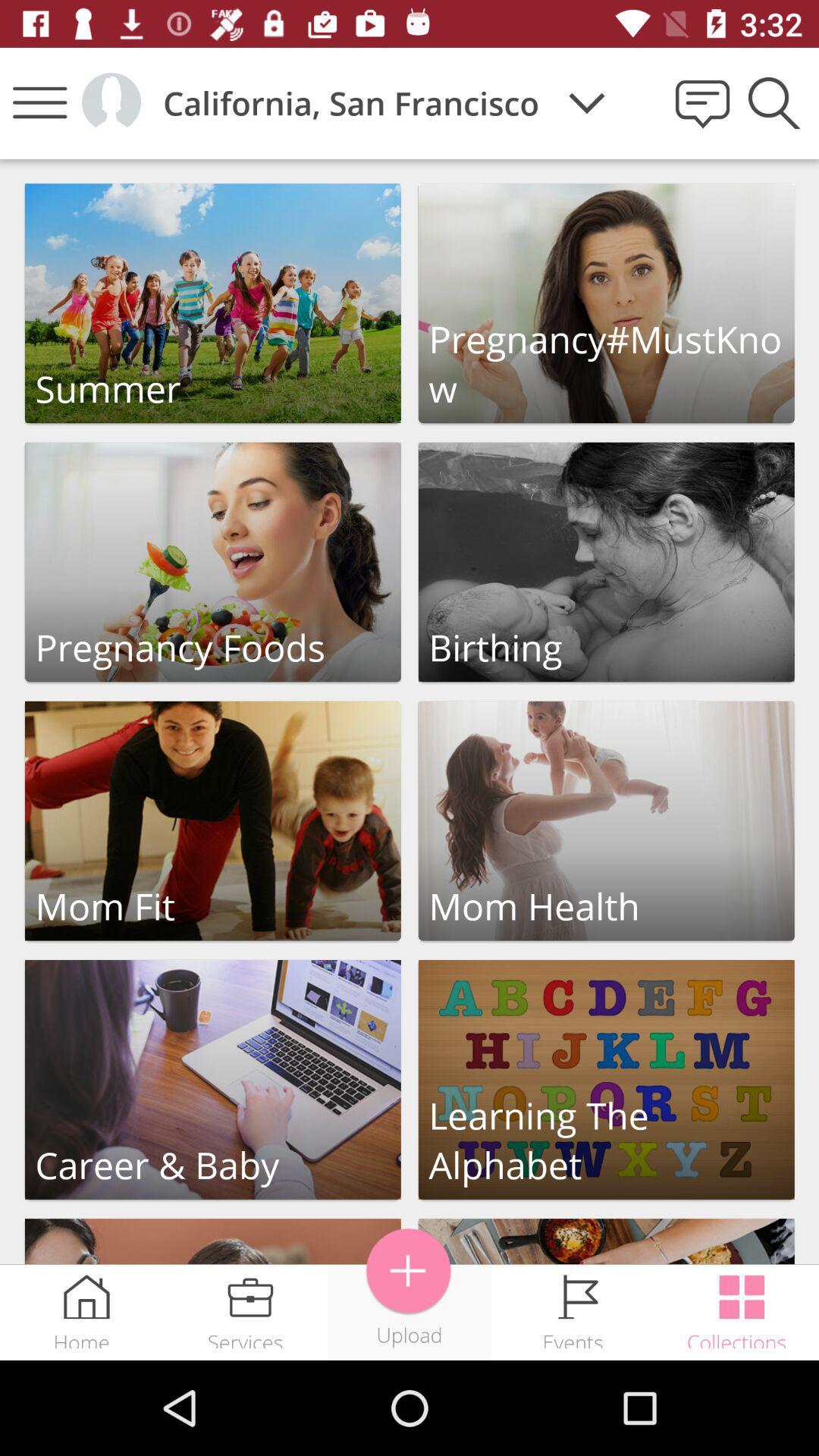 The width and height of the screenshot is (819, 1456). What do you see at coordinates (408, 1271) in the screenshot?
I see `the add icon` at bounding box center [408, 1271].